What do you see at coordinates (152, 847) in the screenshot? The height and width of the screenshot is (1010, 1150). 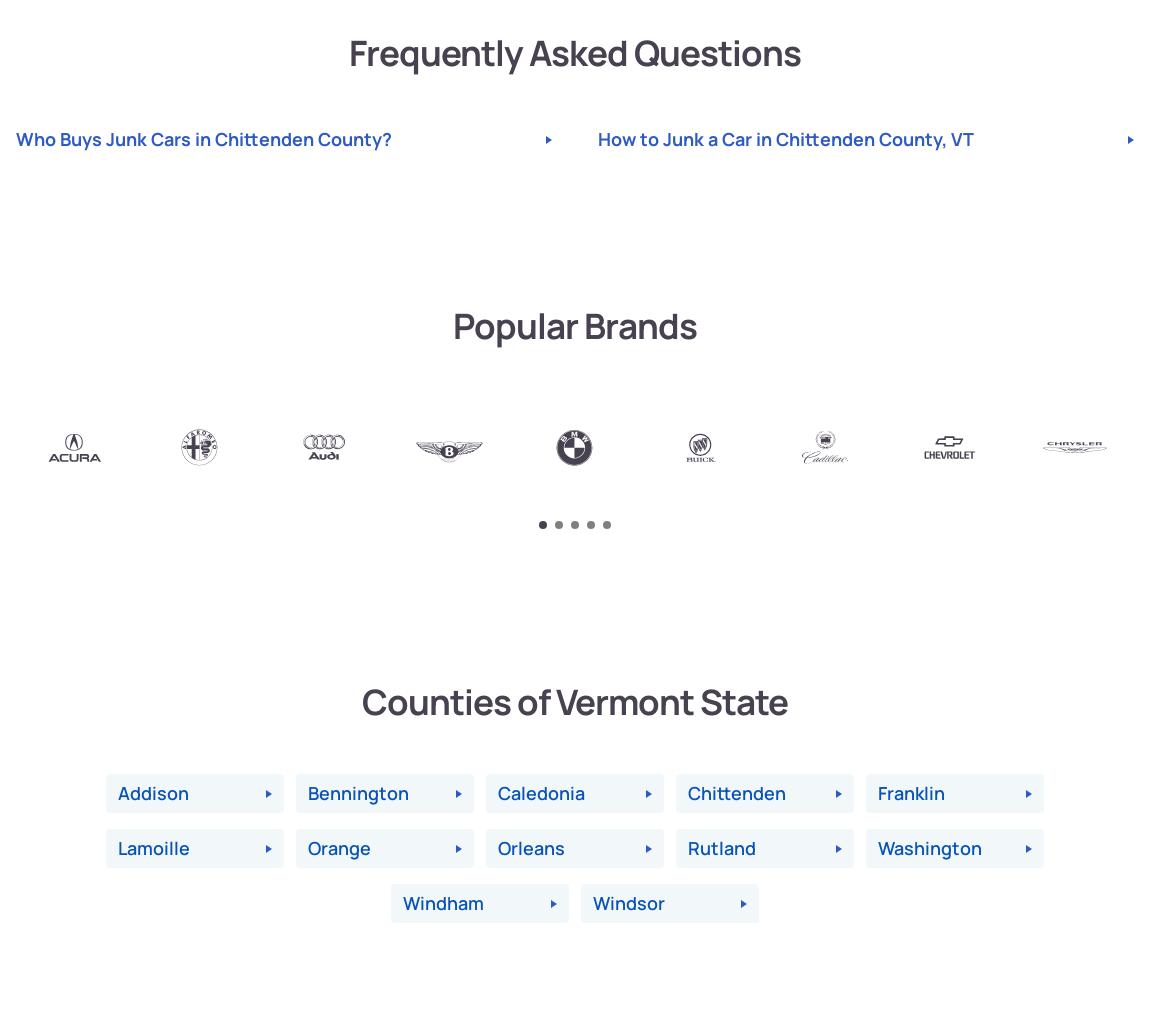 I see `'Lamoille'` at bounding box center [152, 847].